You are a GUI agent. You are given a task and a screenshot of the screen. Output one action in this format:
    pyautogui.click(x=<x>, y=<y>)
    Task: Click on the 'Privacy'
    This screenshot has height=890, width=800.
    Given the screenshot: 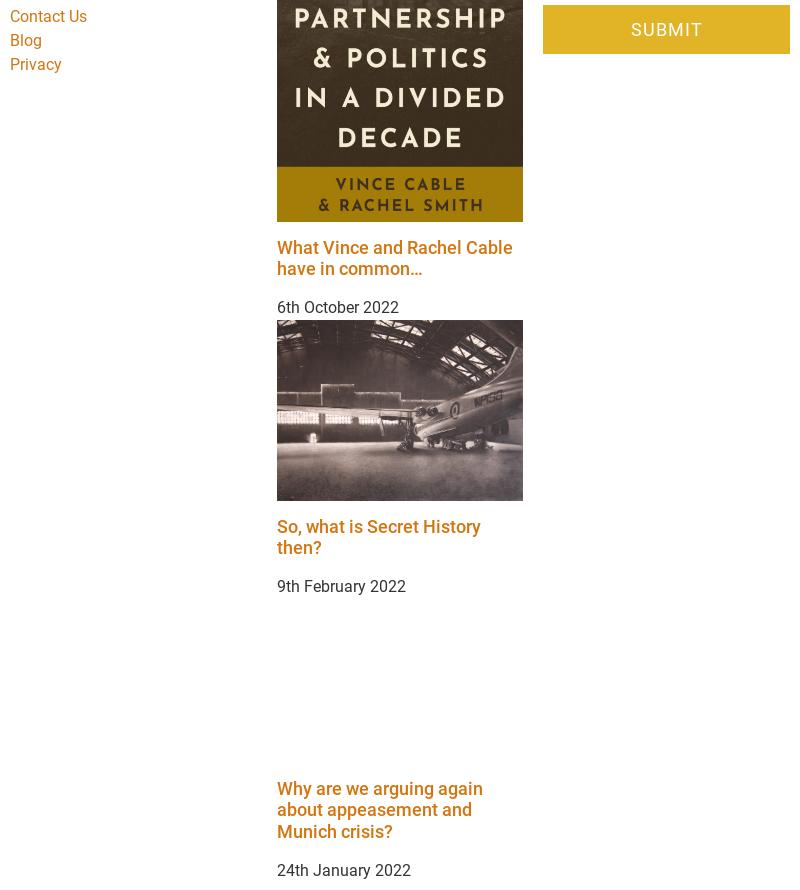 What is the action you would take?
    pyautogui.click(x=10, y=64)
    